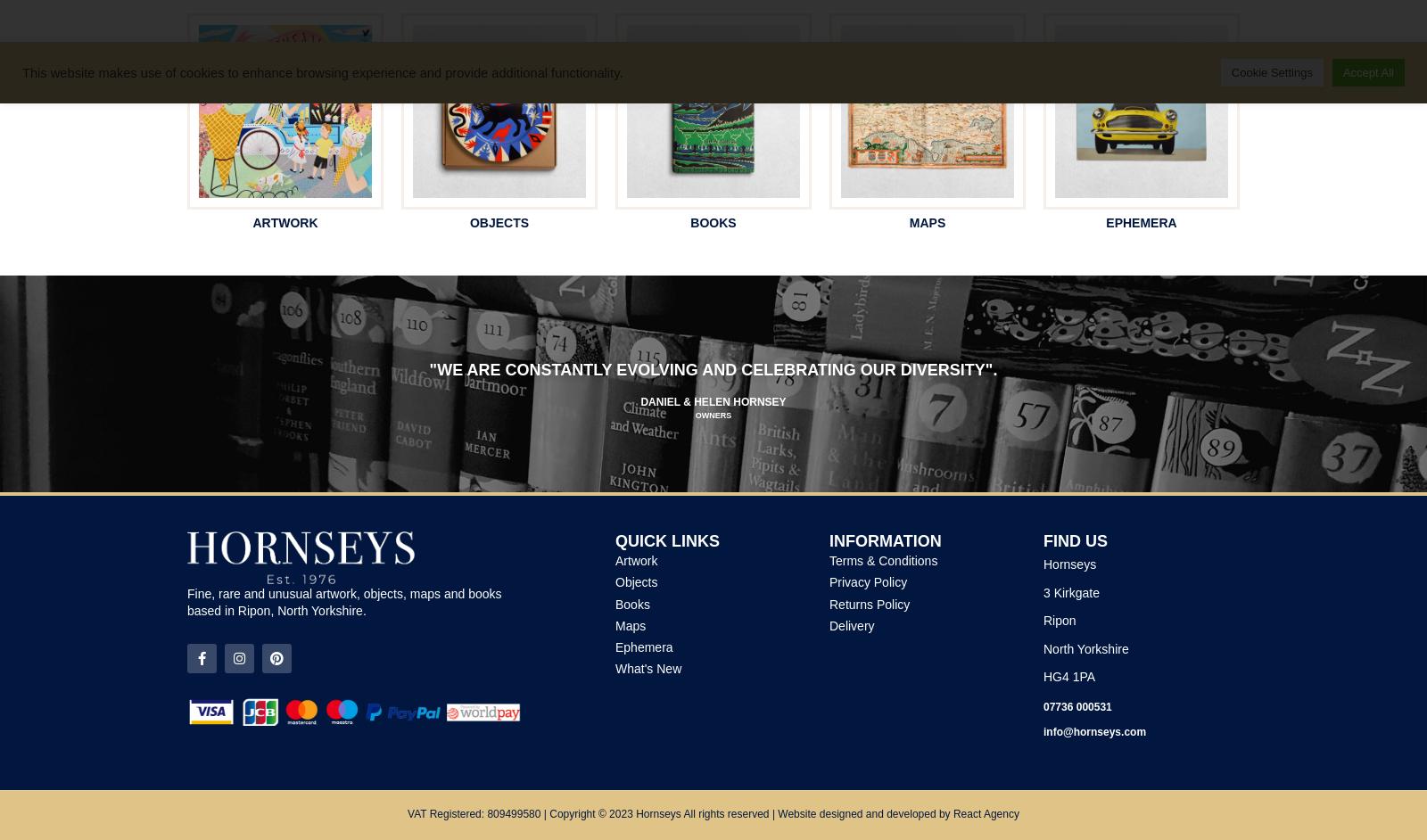 This screenshot has height=840, width=1427. Describe the element at coordinates (667, 539) in the screenshot. I see `'QUICK LINKS'` at that location.